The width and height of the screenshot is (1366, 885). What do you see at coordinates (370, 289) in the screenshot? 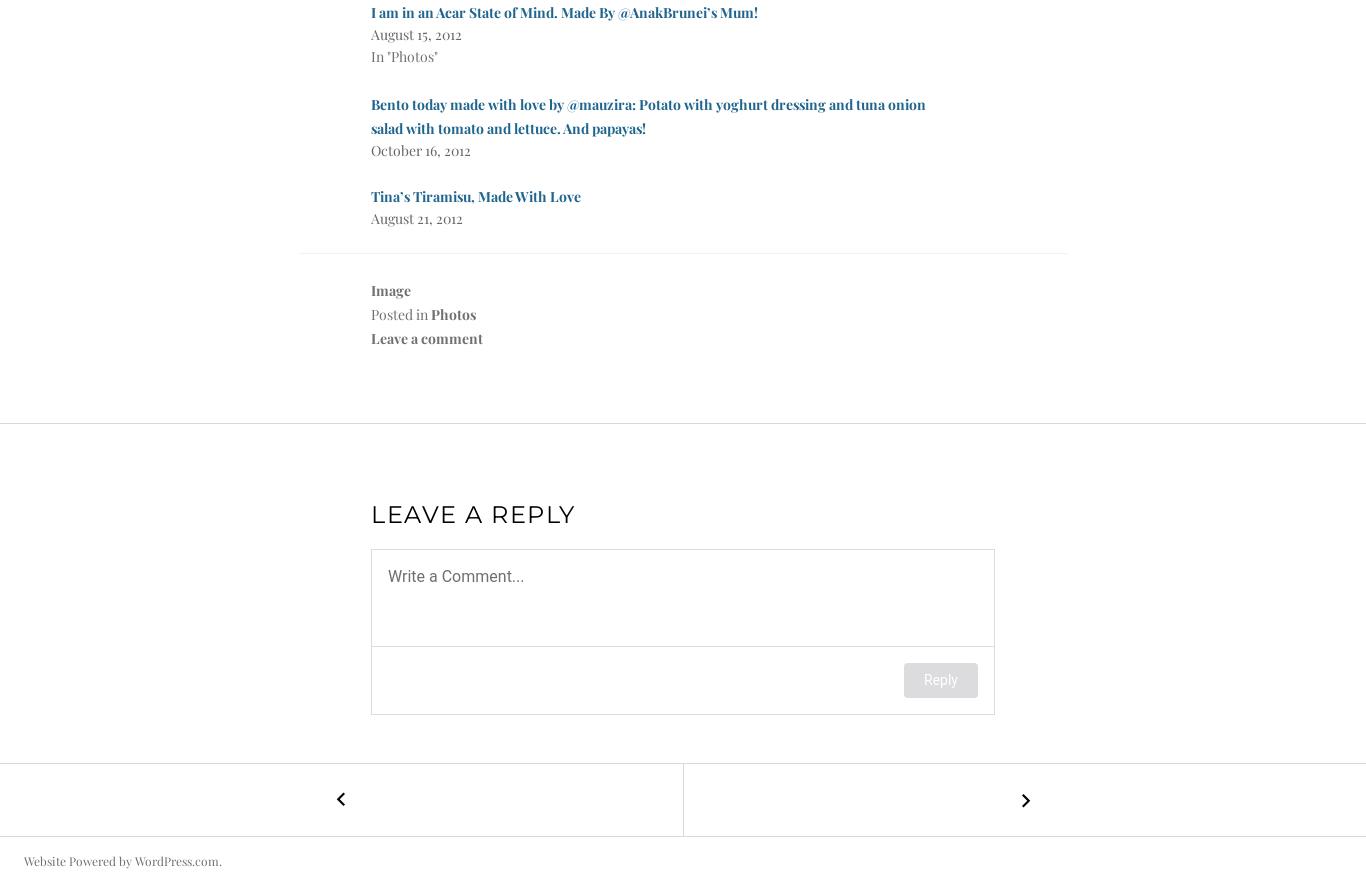
I see `'Image'` at bounding box center [370, 289].